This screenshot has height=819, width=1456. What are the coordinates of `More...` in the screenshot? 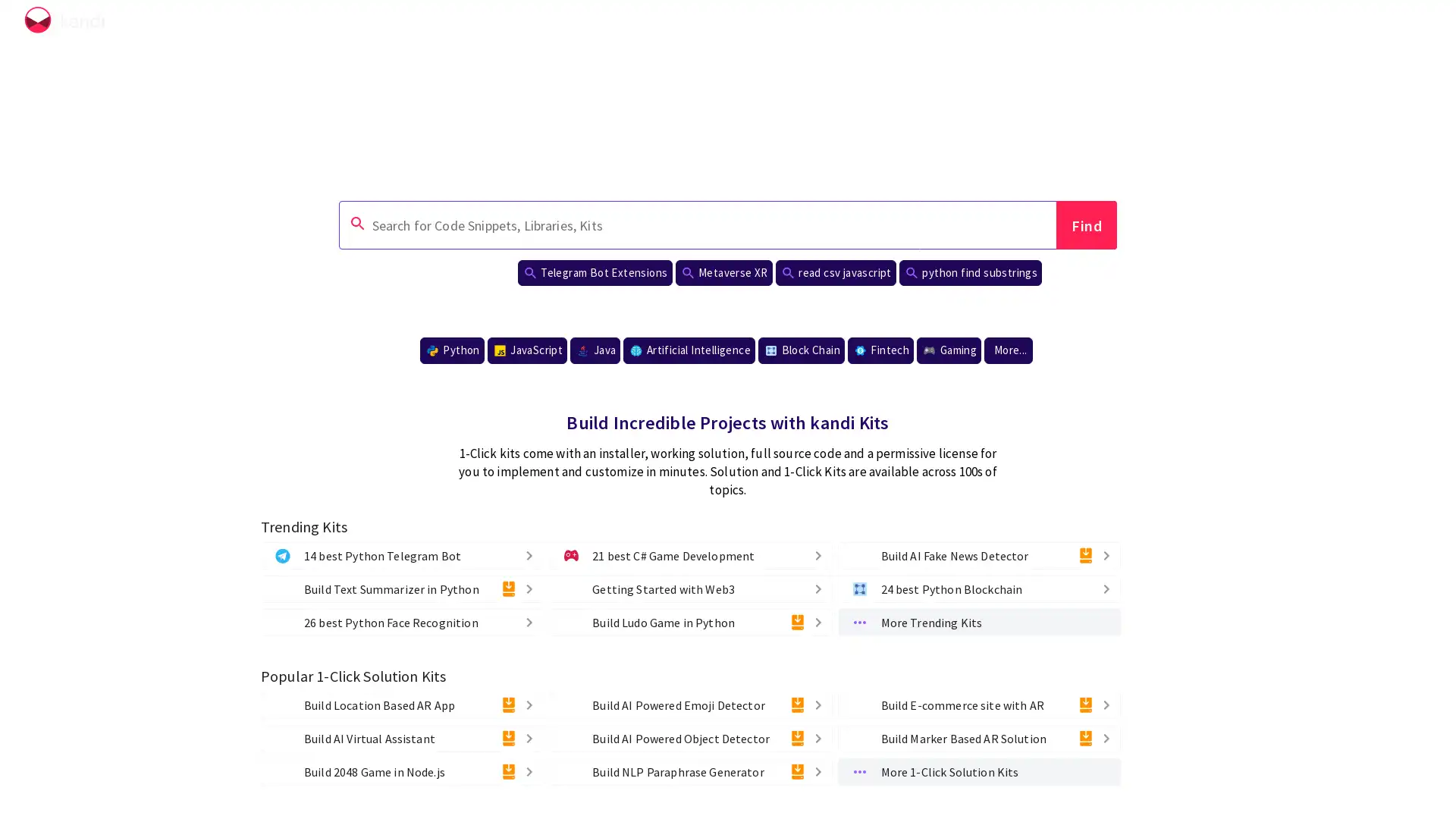 It's located at (1008, 350).